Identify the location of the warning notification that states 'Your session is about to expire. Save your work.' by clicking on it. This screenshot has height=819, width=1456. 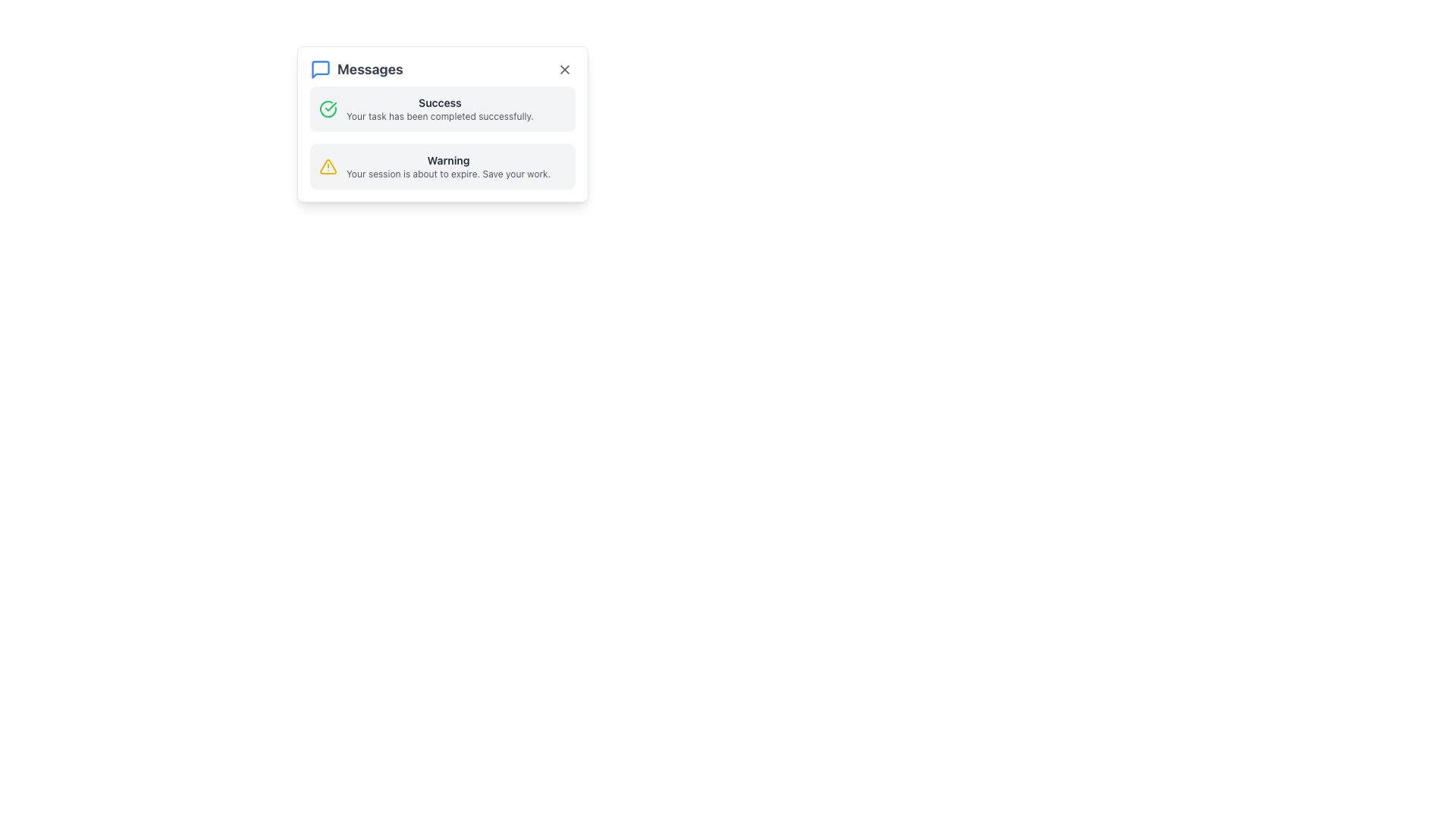
(447, 166).